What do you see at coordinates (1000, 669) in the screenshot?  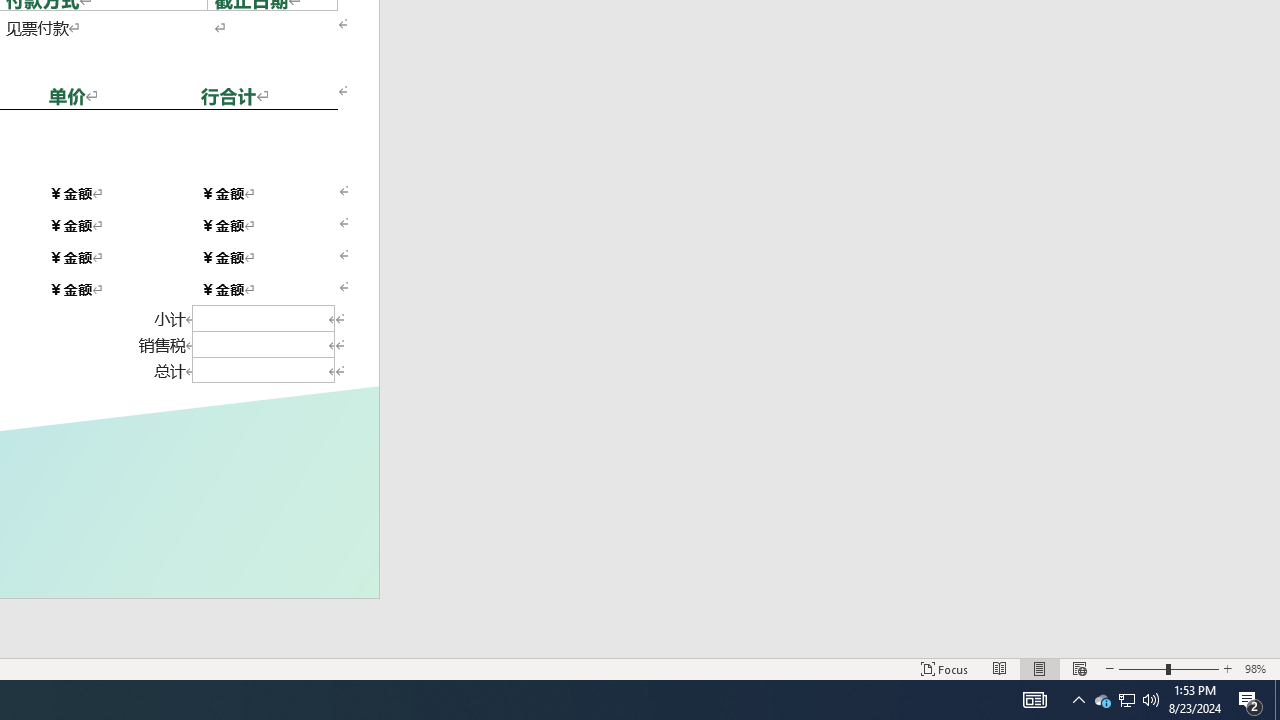 I see `'Read Mode'` at bounding box center [1000, 669].